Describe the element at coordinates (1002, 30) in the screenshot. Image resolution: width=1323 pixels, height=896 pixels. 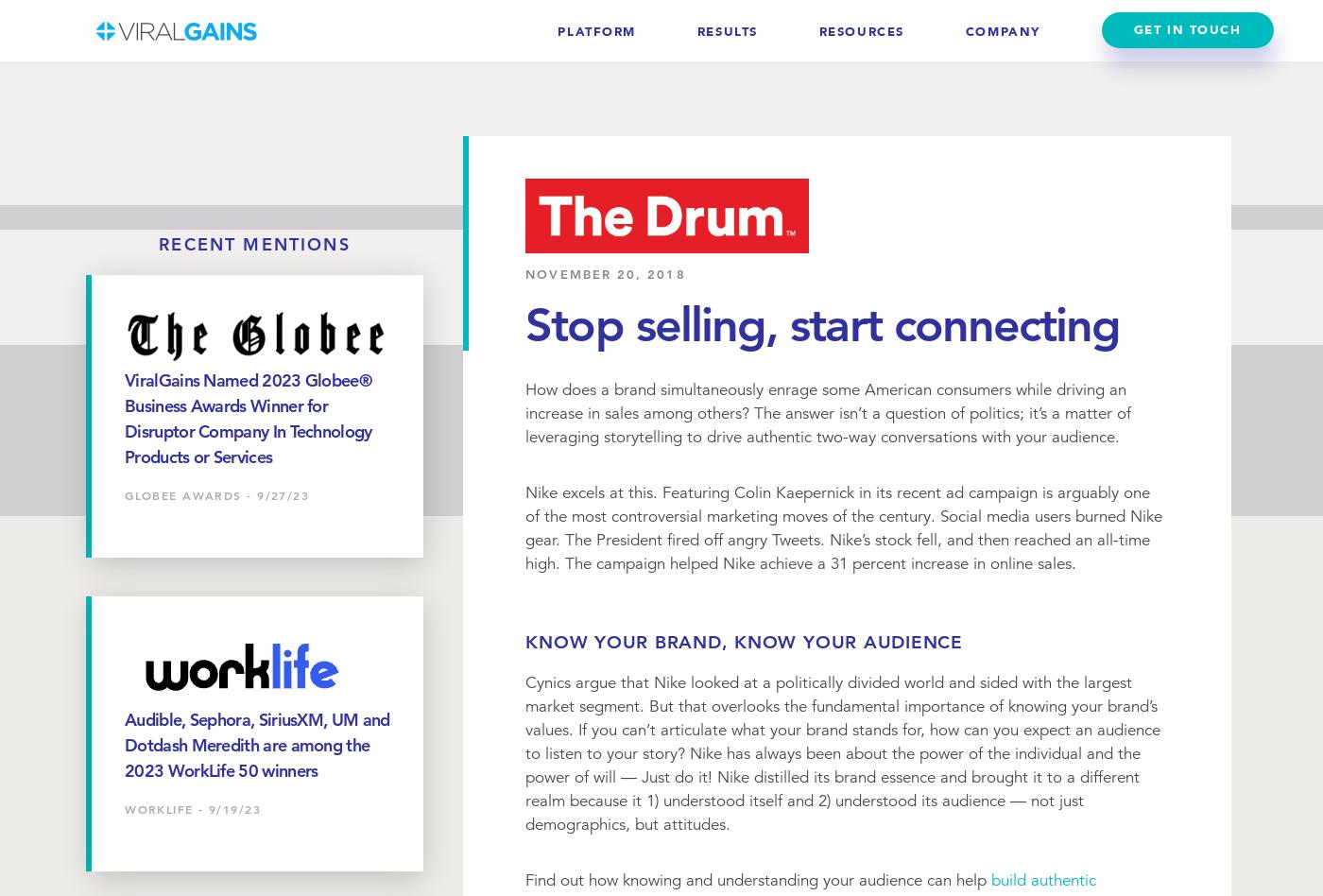
I see `'Company'` at that location.